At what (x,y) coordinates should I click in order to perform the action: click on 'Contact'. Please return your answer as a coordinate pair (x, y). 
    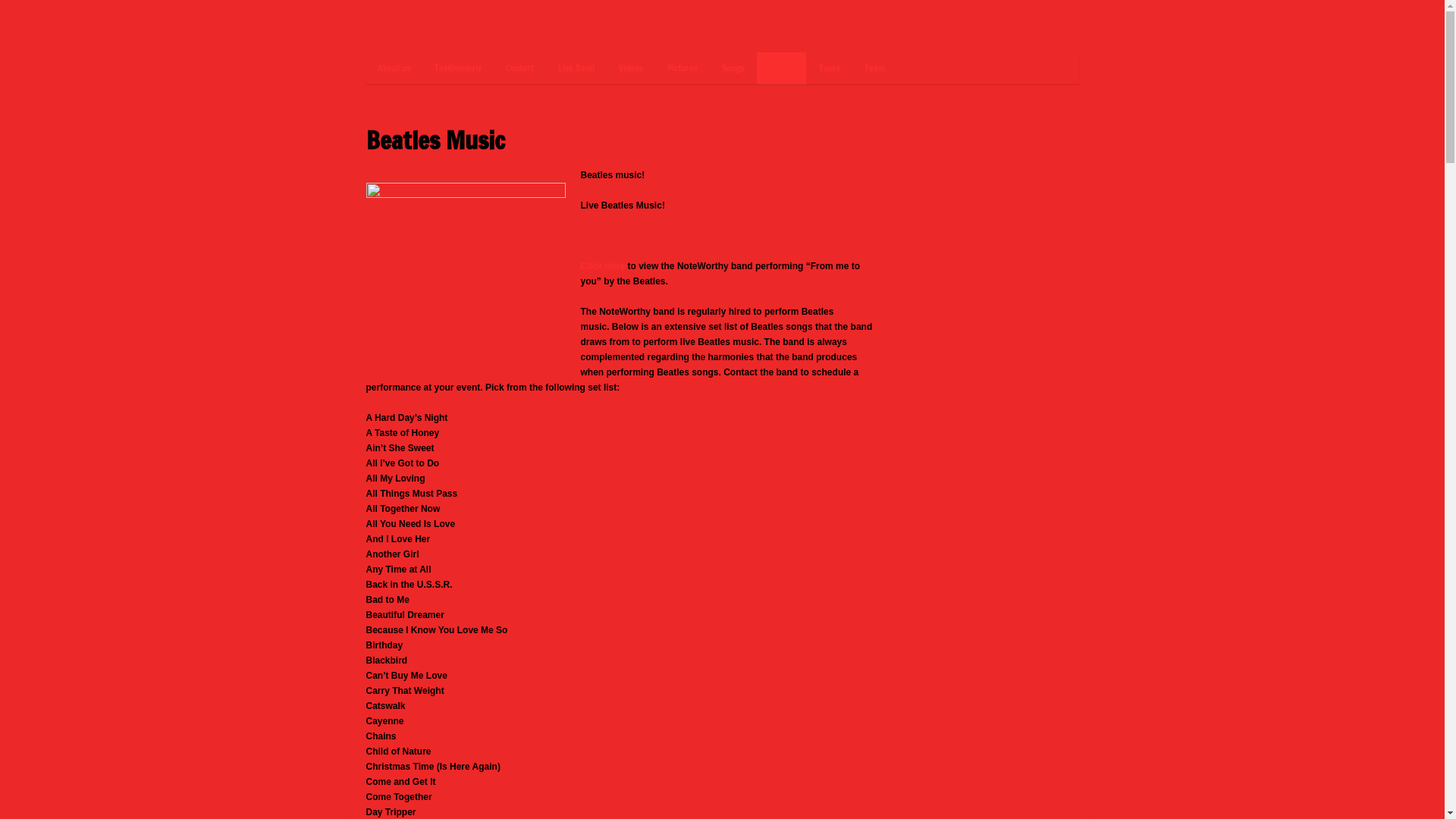
    Looking at the image, I should click on (519, 67).